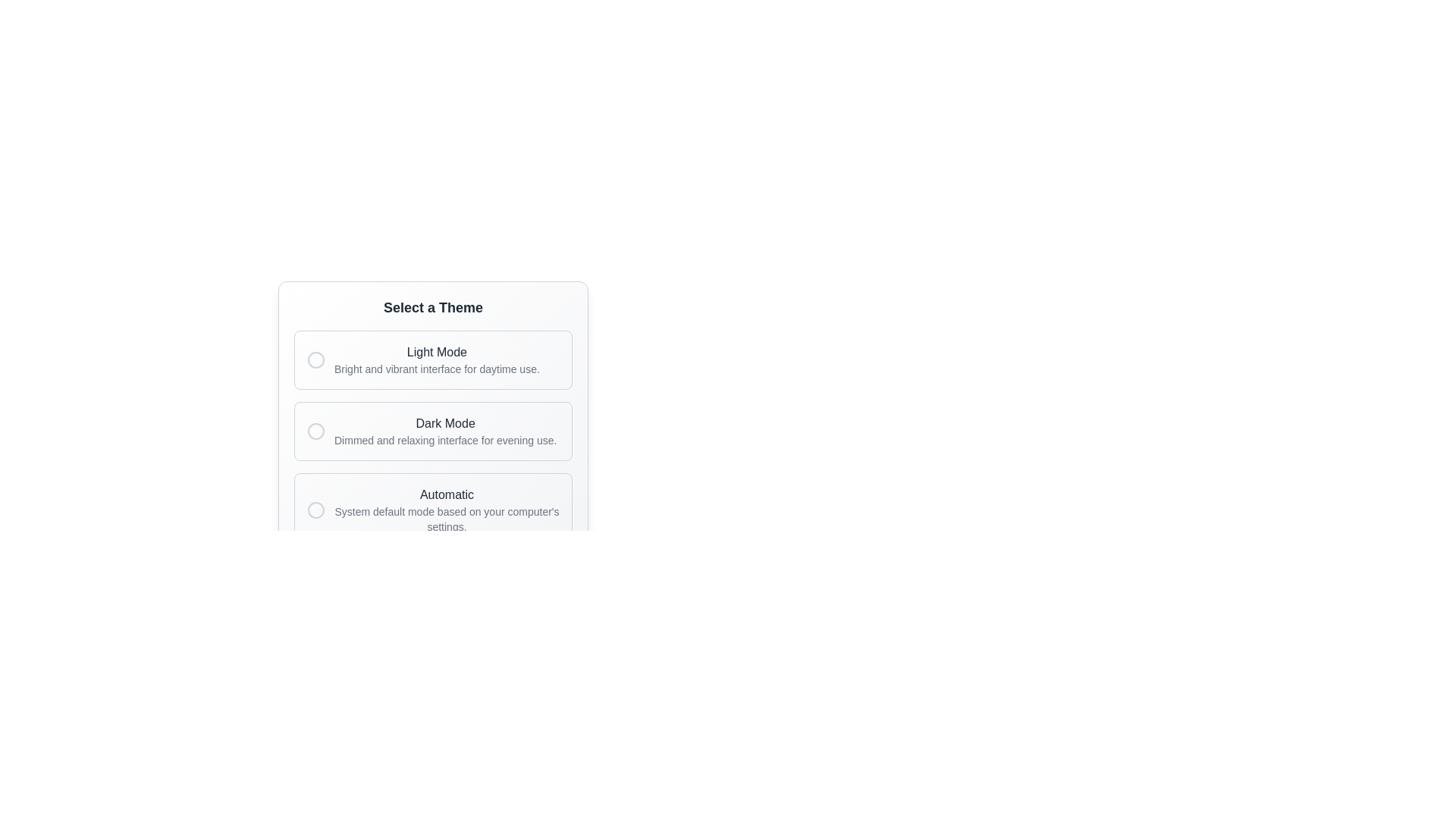 Image resolution: width=1456 pixels, height=819 pixels. I want to click on the first radio button in the horizontal list that indicates the 'Light Mode' theme, so click(315, 359).